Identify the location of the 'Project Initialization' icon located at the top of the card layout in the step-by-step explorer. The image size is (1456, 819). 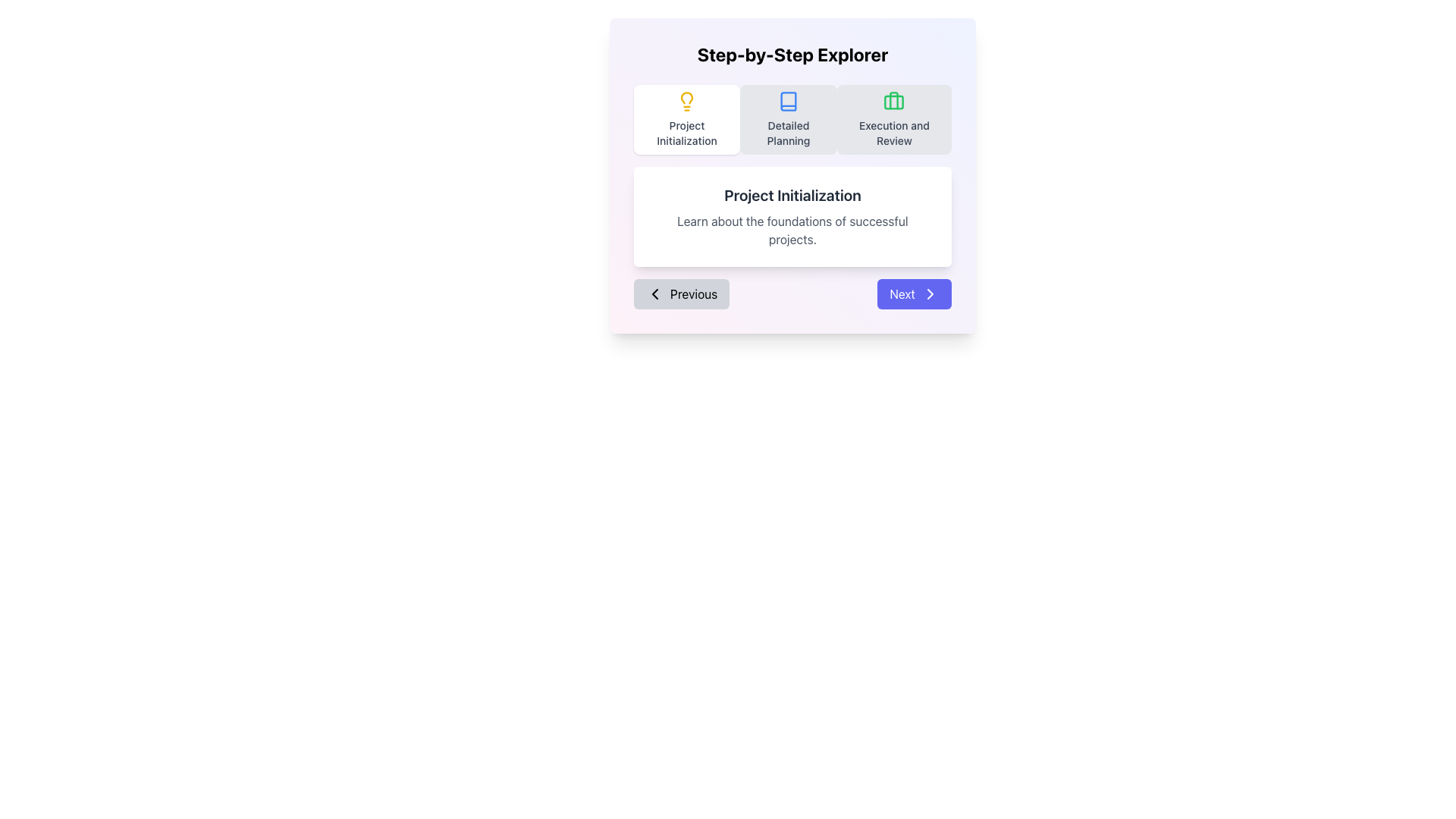
(686, 102).